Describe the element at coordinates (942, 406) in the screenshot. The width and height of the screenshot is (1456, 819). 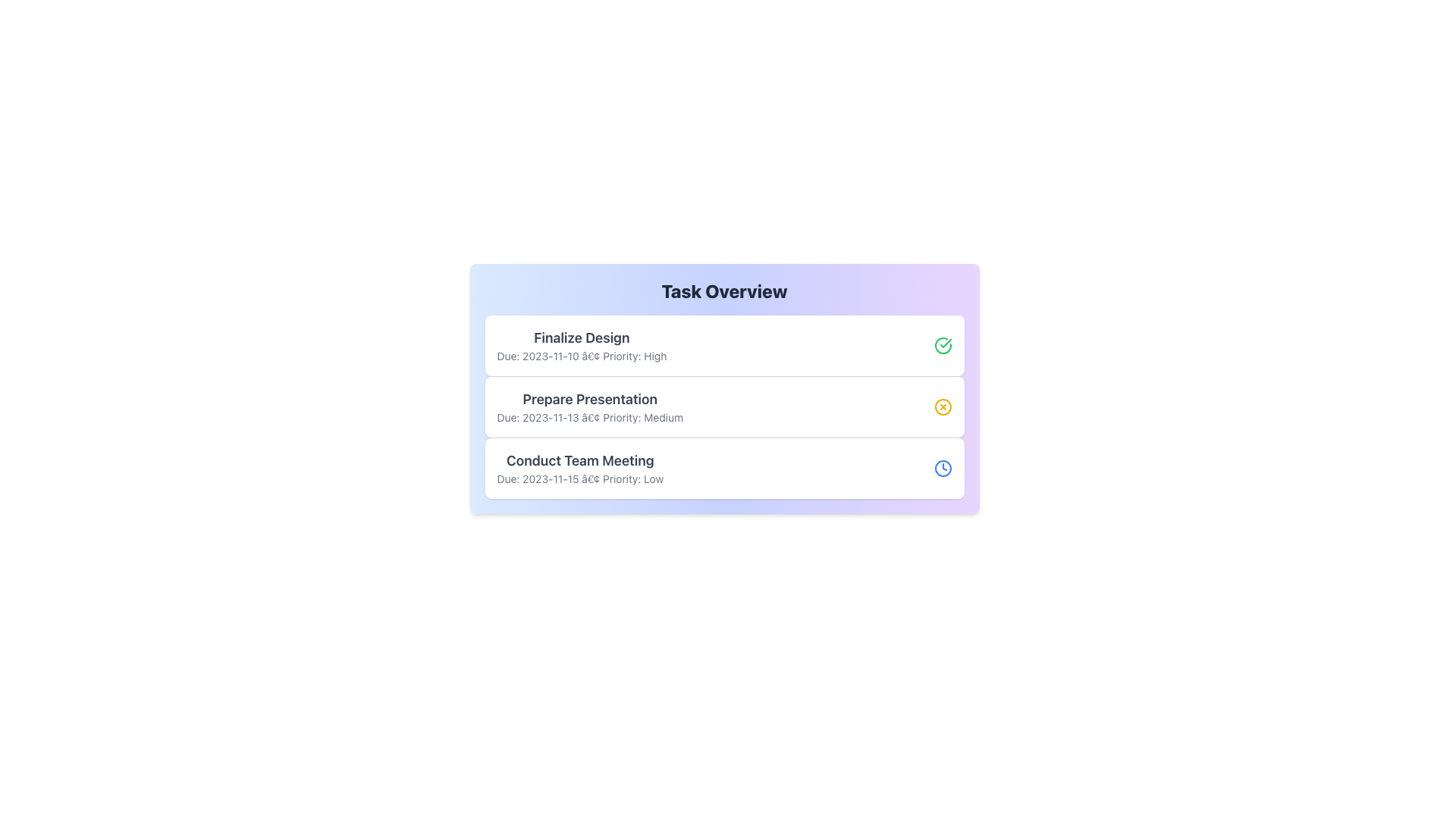
I see `the action indicator icon located at the far-right side of the 'Prepare Presentation' task card` at that location.